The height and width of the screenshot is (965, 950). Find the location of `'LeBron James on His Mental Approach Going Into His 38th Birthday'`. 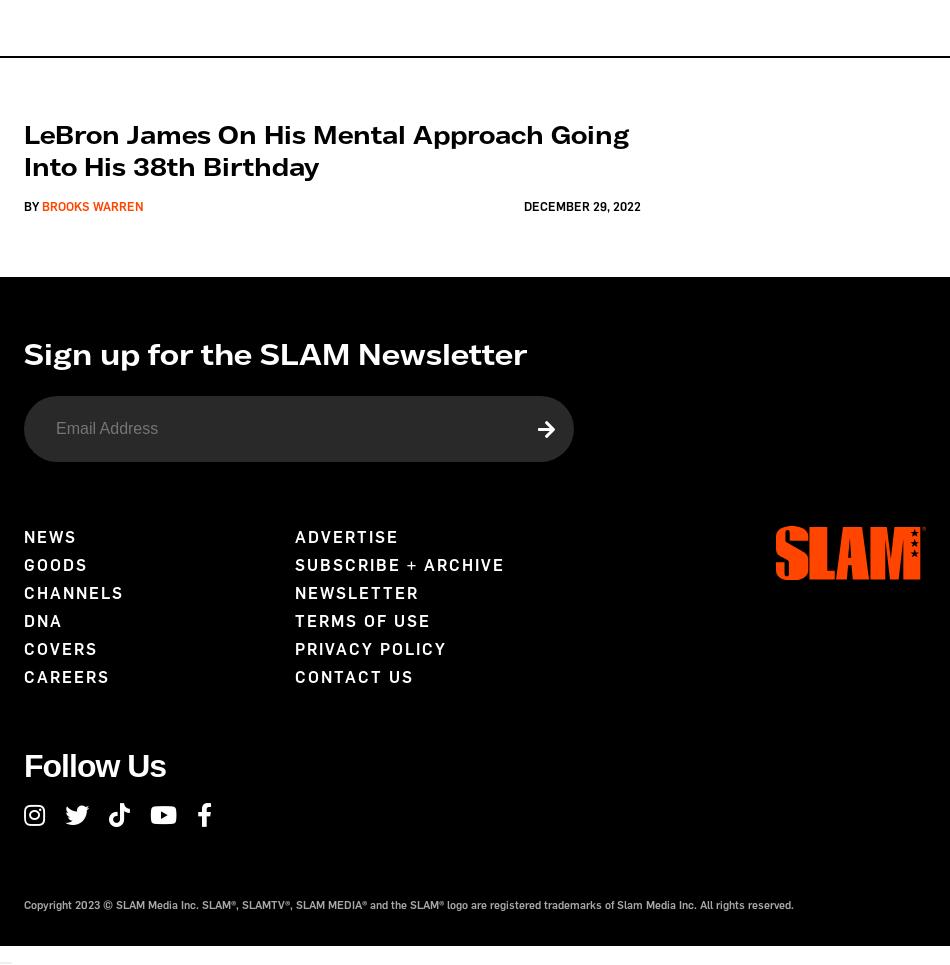

'LeBron James on His Mental Approach Going Into His 38th Birthday' is located at coordinates (325, 151).